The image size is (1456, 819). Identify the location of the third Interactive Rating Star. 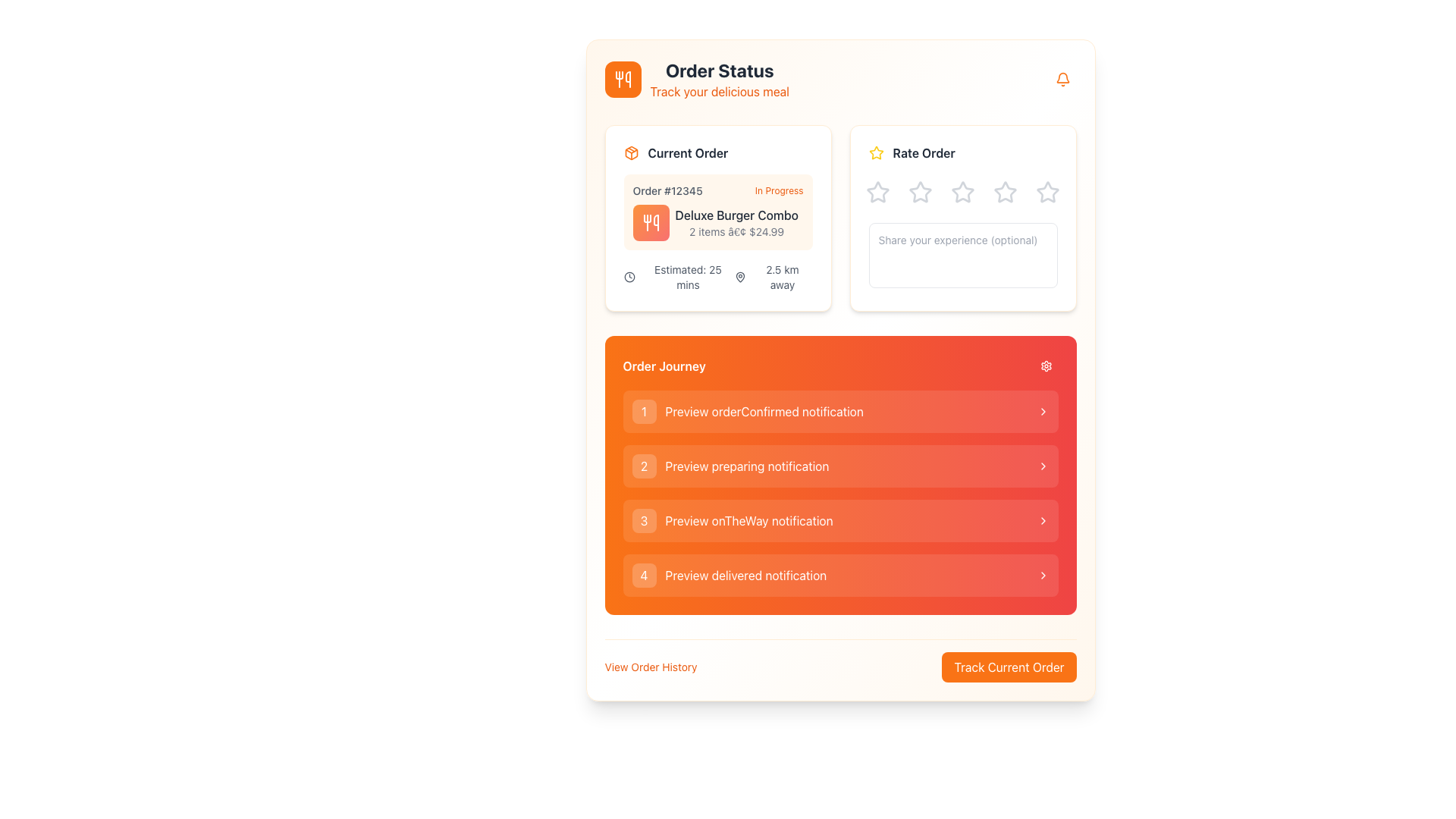
(962, 192).